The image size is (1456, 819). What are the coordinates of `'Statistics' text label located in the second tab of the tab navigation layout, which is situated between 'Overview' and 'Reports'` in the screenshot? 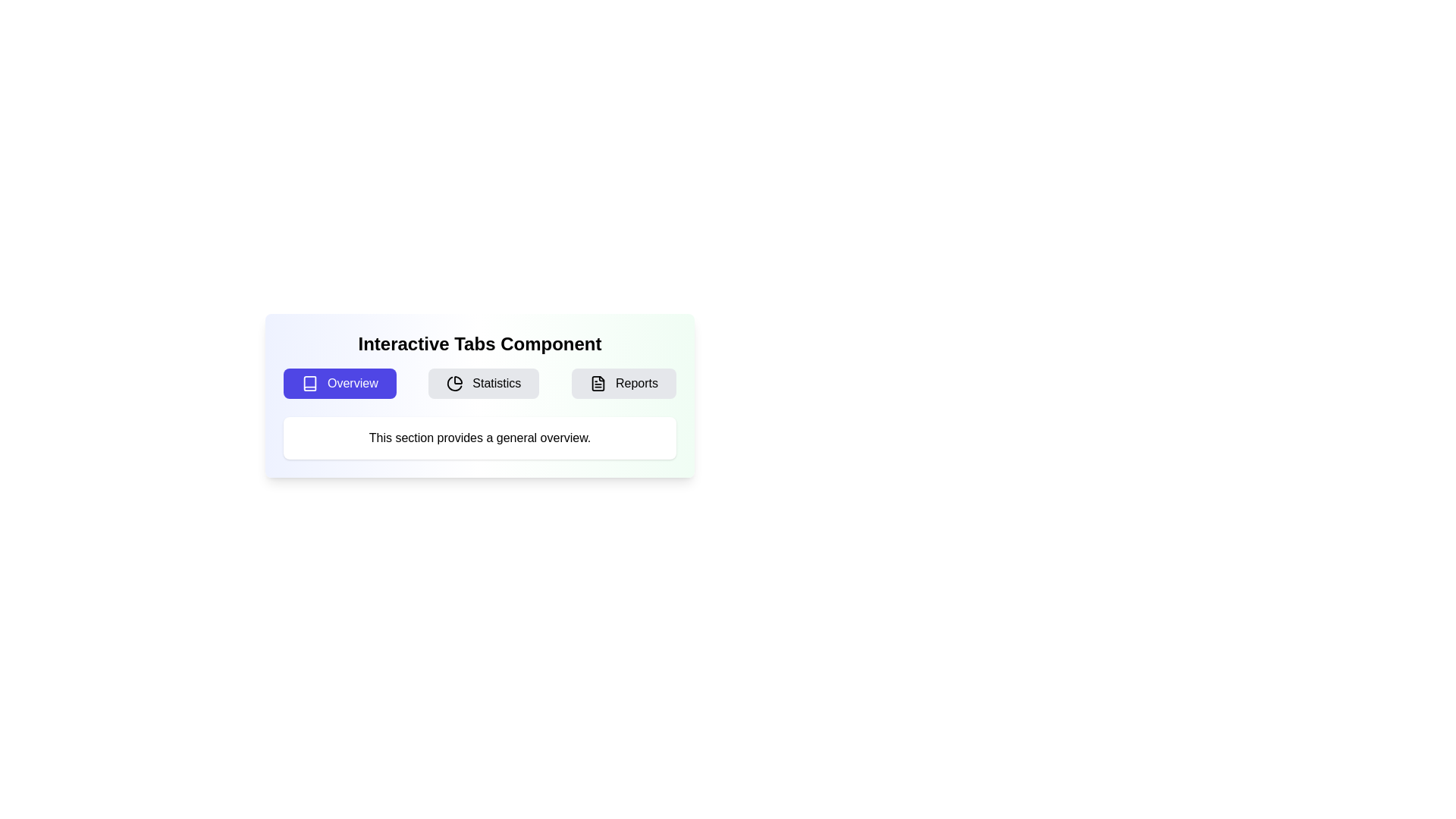 It's located at (497, 382).